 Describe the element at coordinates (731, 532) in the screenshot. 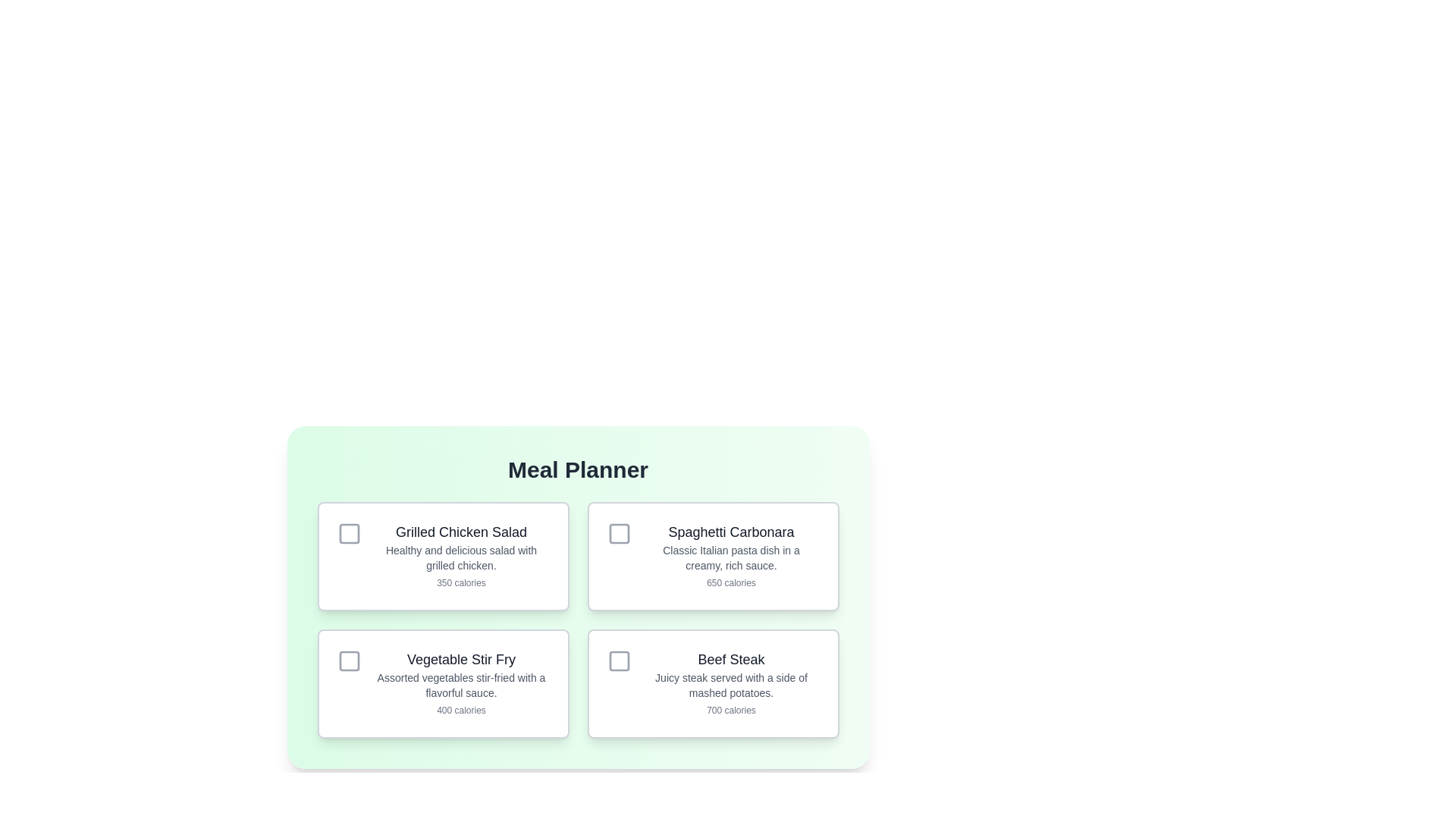

I see `the text label identifying the dish 'Spaghetti Carbonara' in the meal planner interface, located in the top-right section of the card layout` at that location.